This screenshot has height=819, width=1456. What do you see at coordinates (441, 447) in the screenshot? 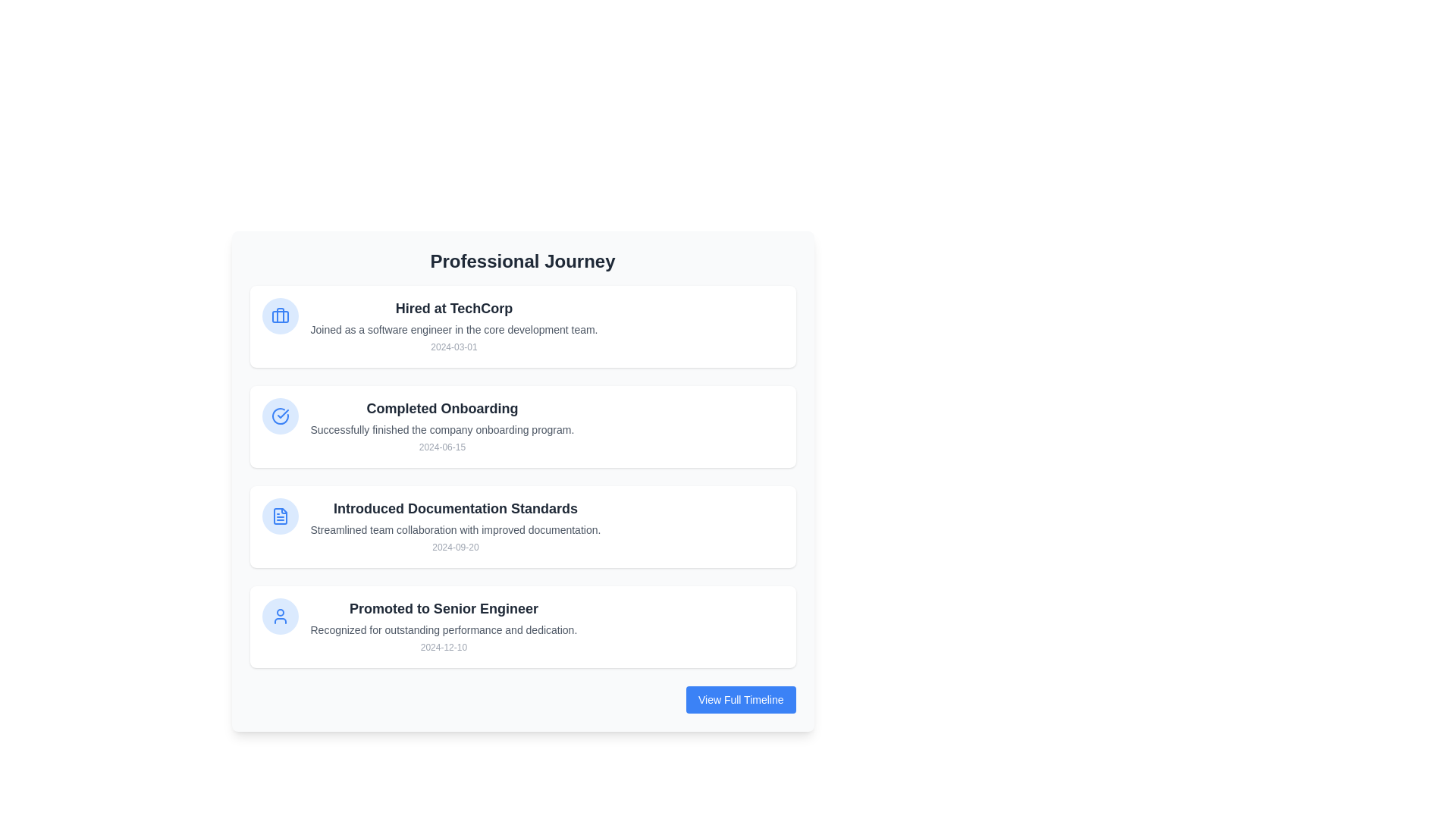
I see `the text label displaying the date '2024-06-15', which is styled in a small, gray font and located at the bottom of the 'Completed Onboarding' entry in the professional journey timeline` at bounding box center [441, 447].